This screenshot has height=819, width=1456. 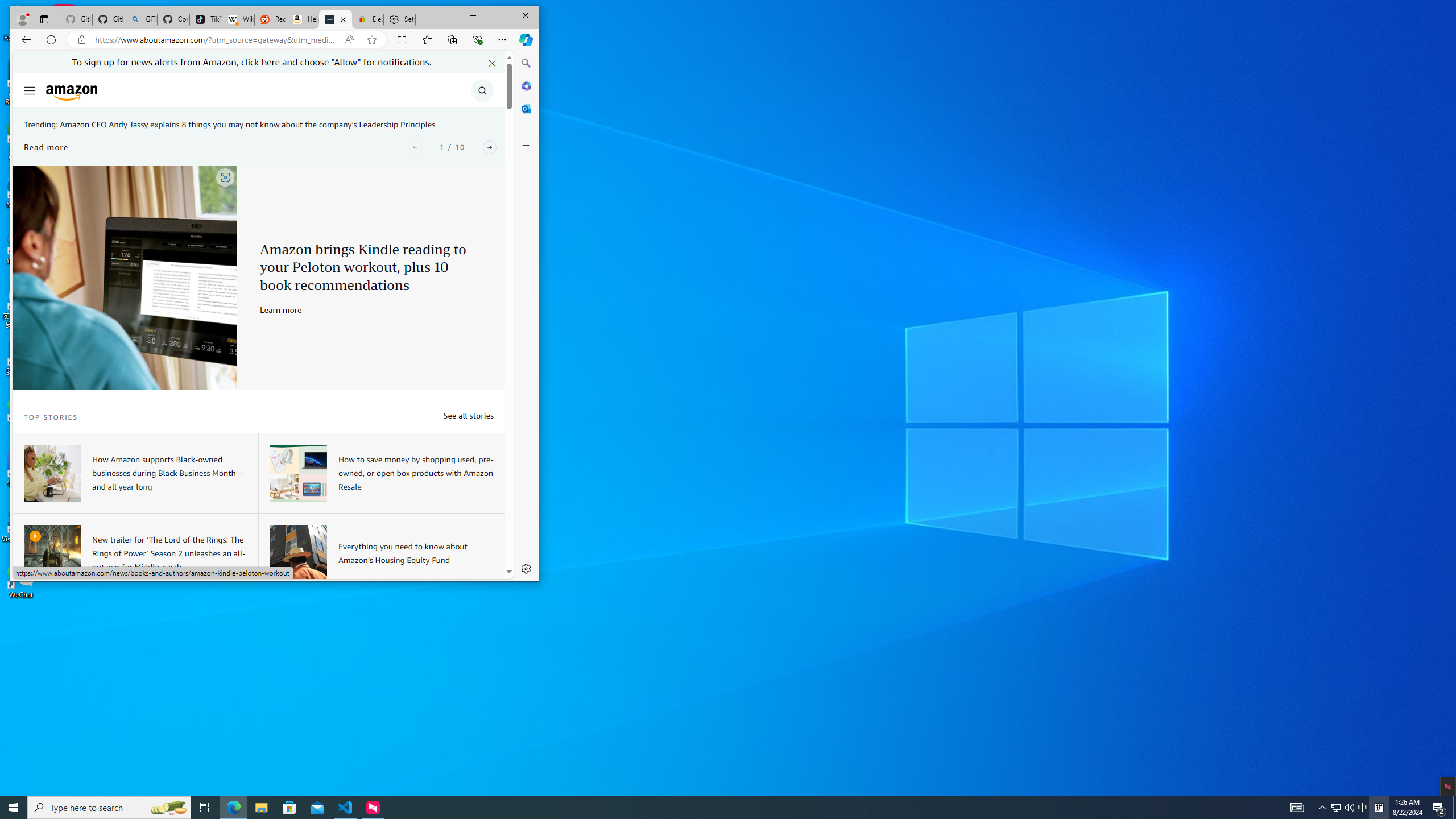 What do you see at coordinates (167, 806) in the screenshot?
I see `'Search highlights icon opens search home window'` at bounding box center [167, 806].